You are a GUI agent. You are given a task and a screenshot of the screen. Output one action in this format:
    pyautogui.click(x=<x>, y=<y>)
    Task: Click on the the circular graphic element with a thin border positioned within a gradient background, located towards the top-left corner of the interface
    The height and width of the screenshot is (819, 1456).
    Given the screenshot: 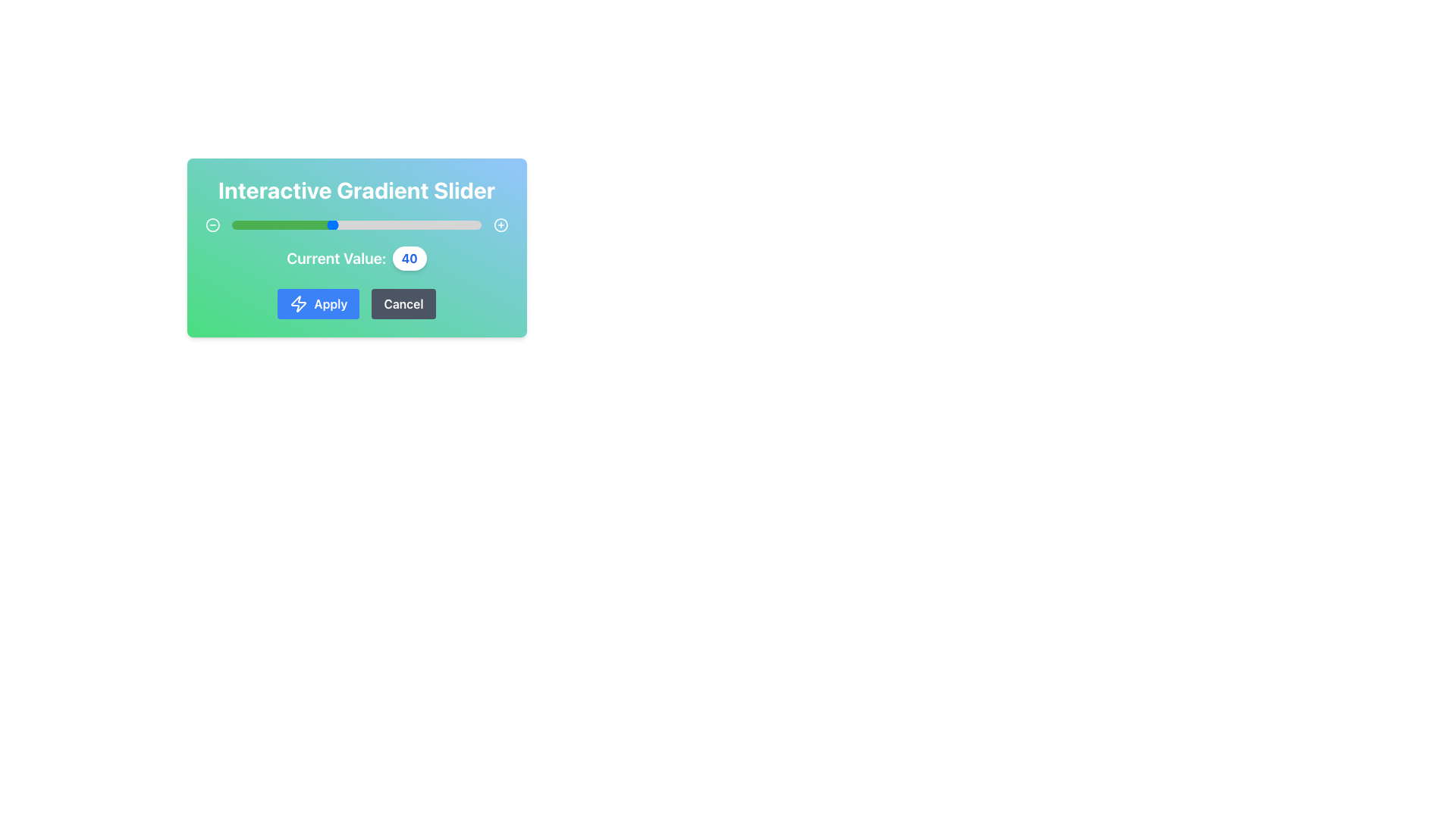 What is the action you would take?
    pyautogui.click(x=212, y=225)
    